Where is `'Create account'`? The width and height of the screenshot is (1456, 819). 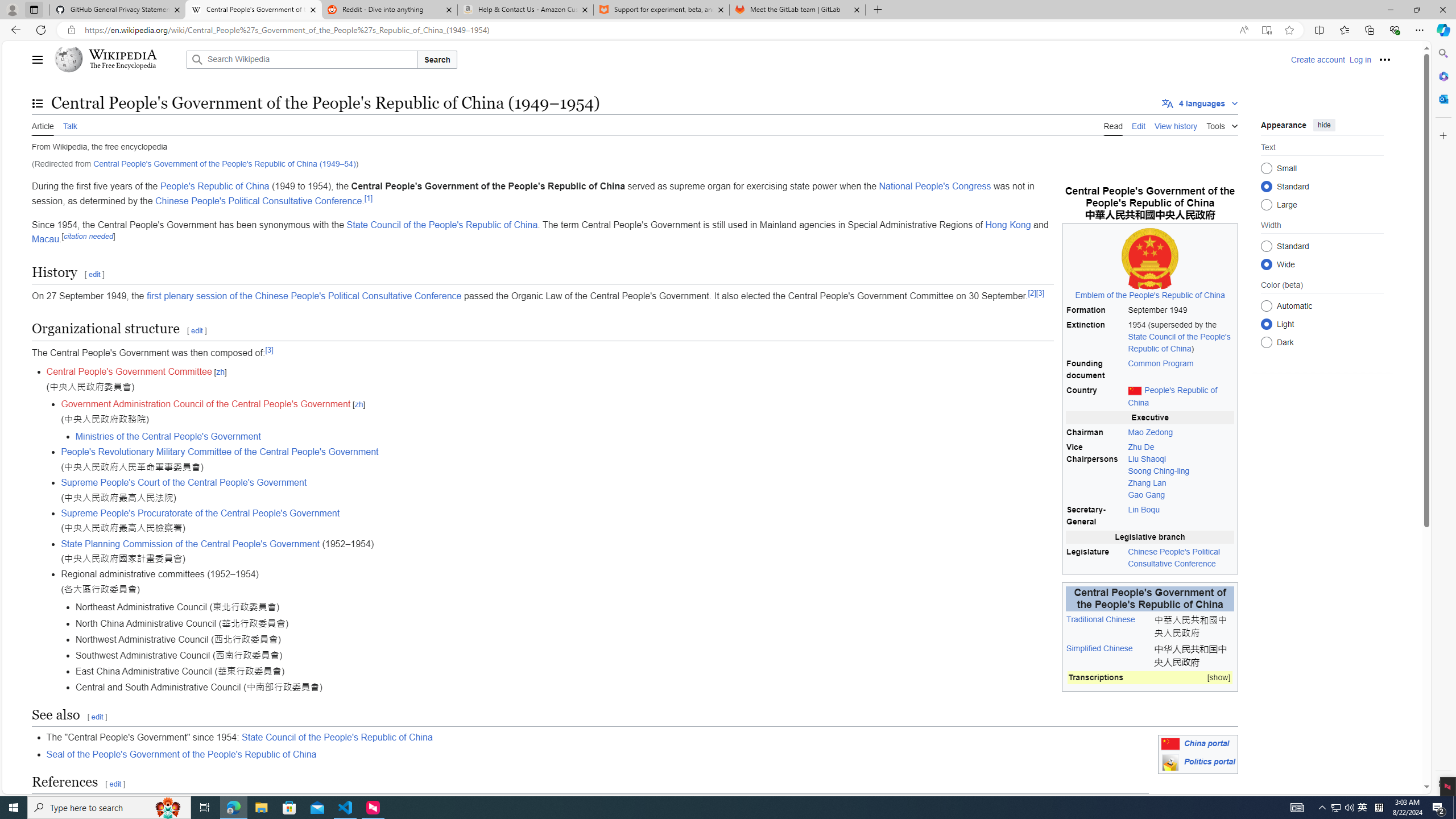 'Create account' is located at coordinates (1317, 59).